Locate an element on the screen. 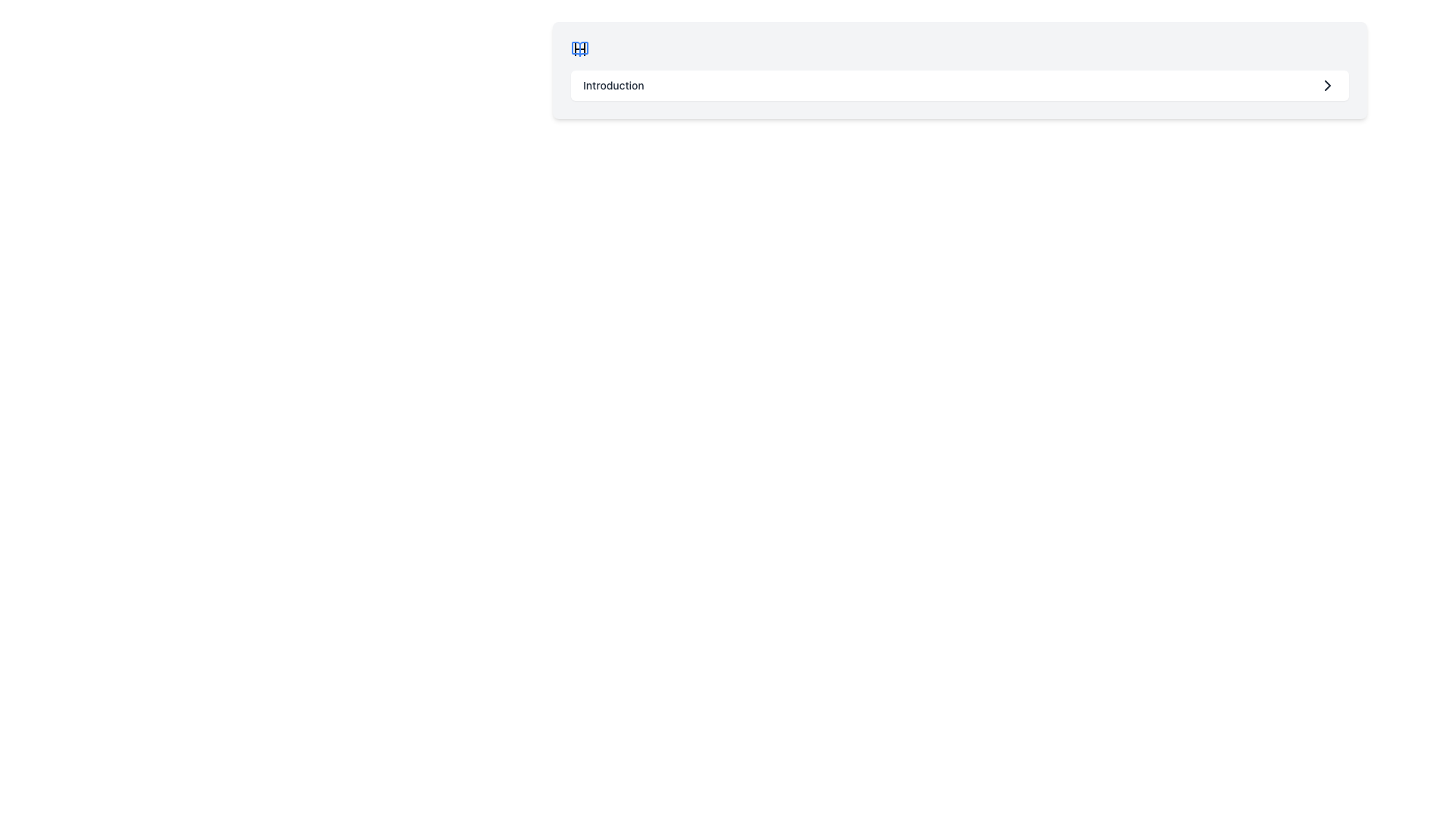 The height and width of the screenshot is (819, 1456). the rightward-pointing chevron icon located at the far-right of the 'Introduction' section is located at coordinates (1327, 85).